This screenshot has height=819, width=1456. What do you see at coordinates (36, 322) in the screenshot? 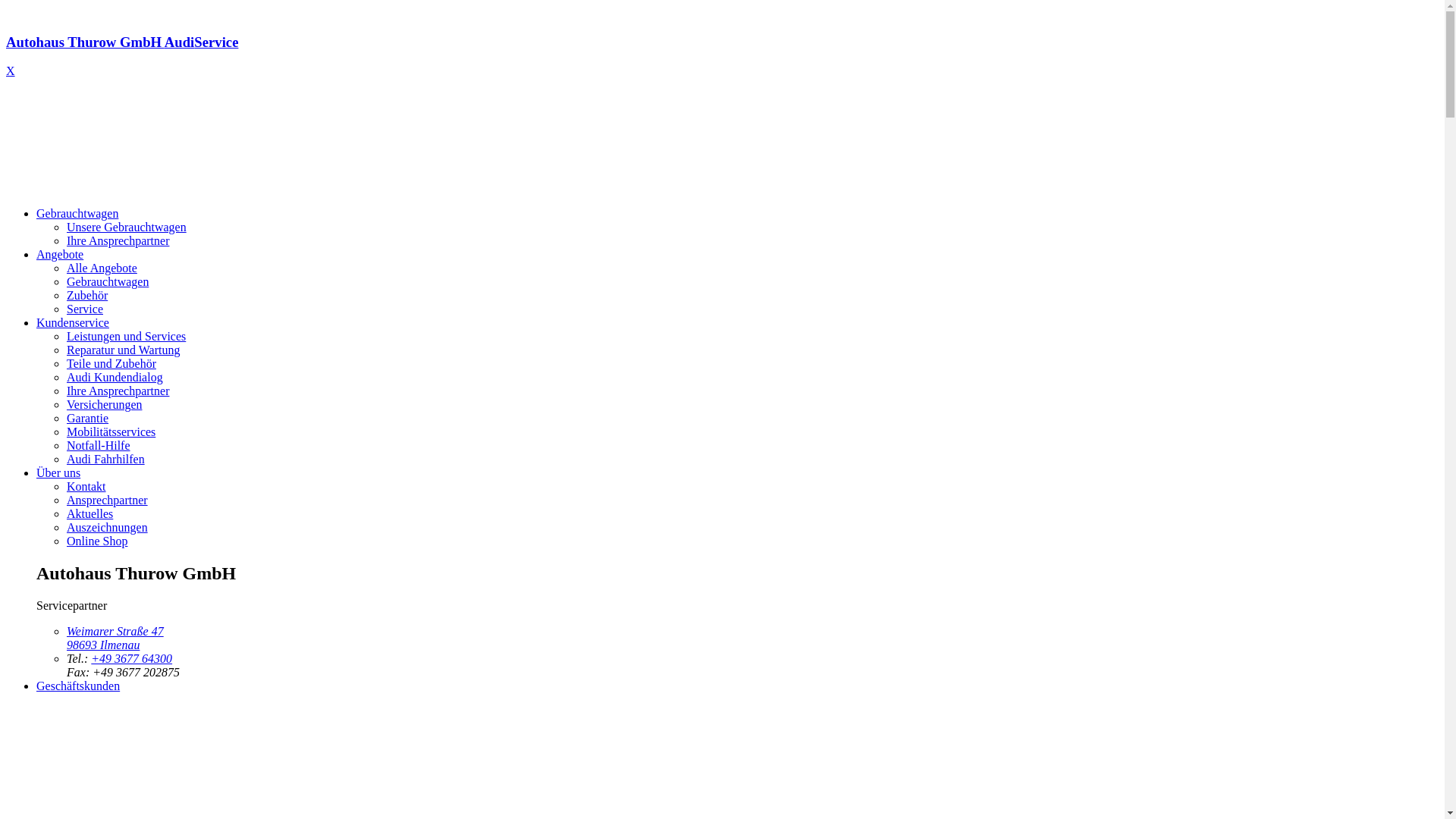
I see `'Kundenservice'` at bounding box center [36, 322].